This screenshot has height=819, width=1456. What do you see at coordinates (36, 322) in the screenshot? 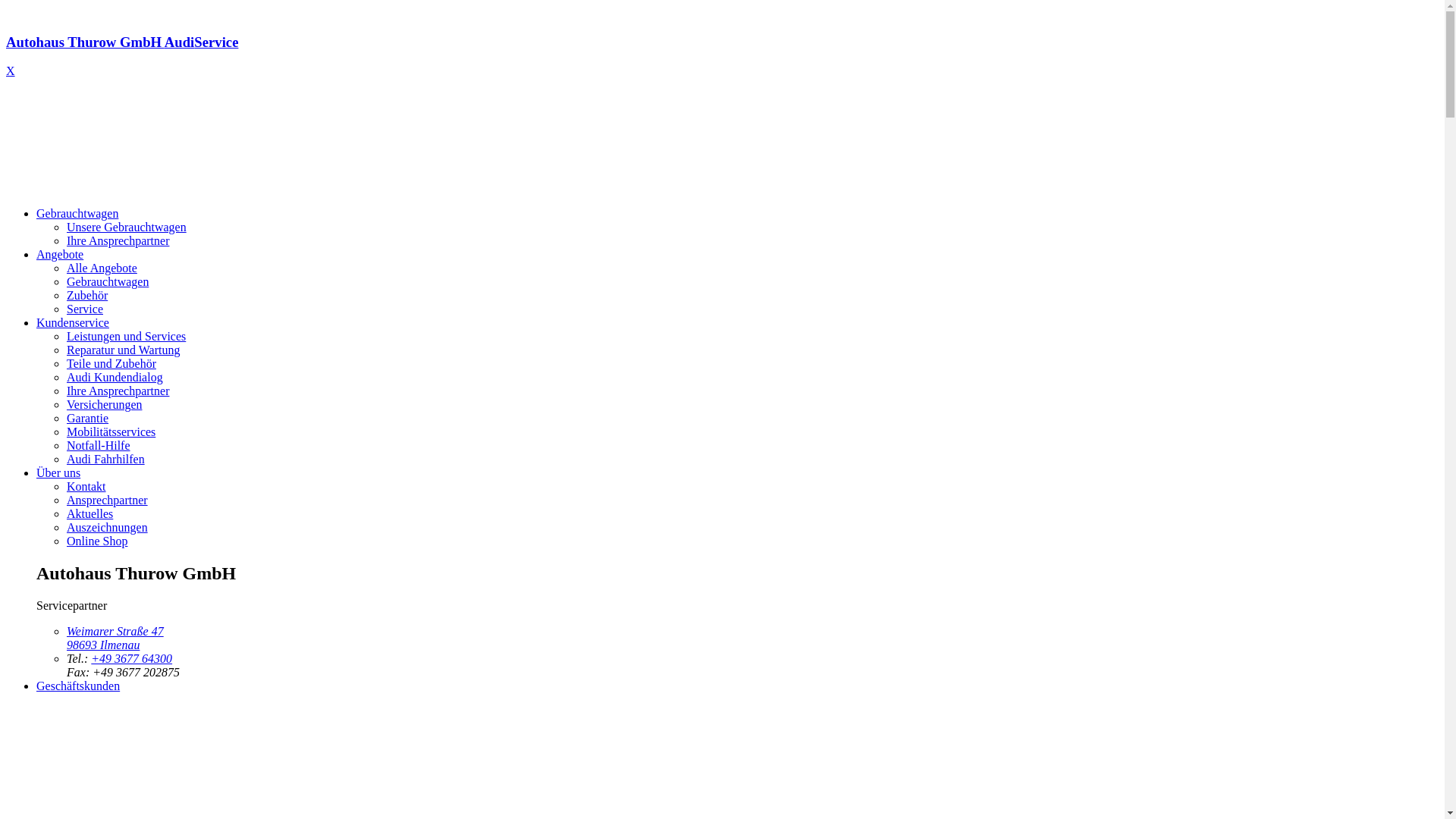
I see `'Kundenservice'` at bounding box center [36, 322].